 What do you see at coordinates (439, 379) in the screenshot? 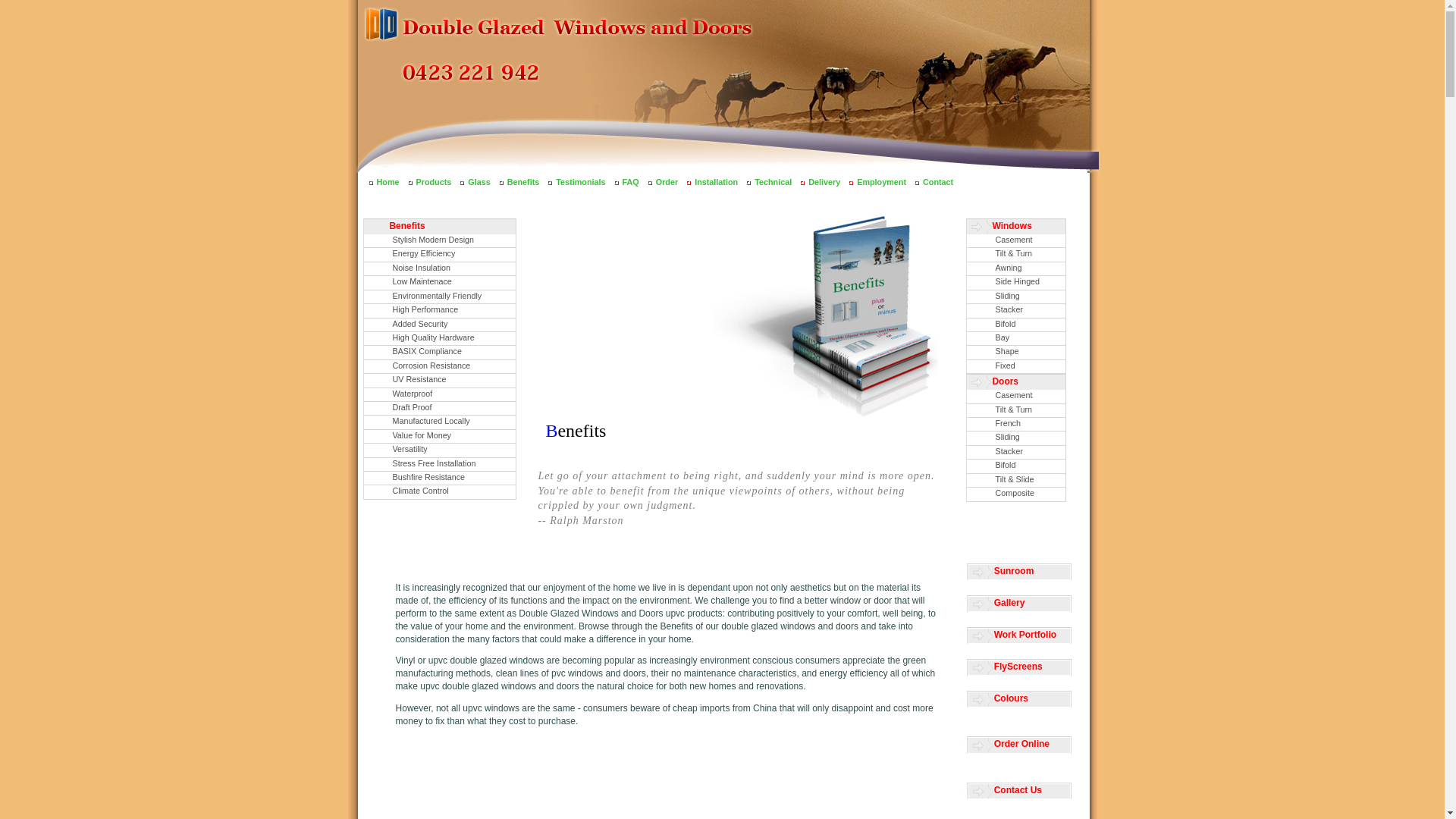
I see `'UV Resistance'` at bounding box center [439, 379].